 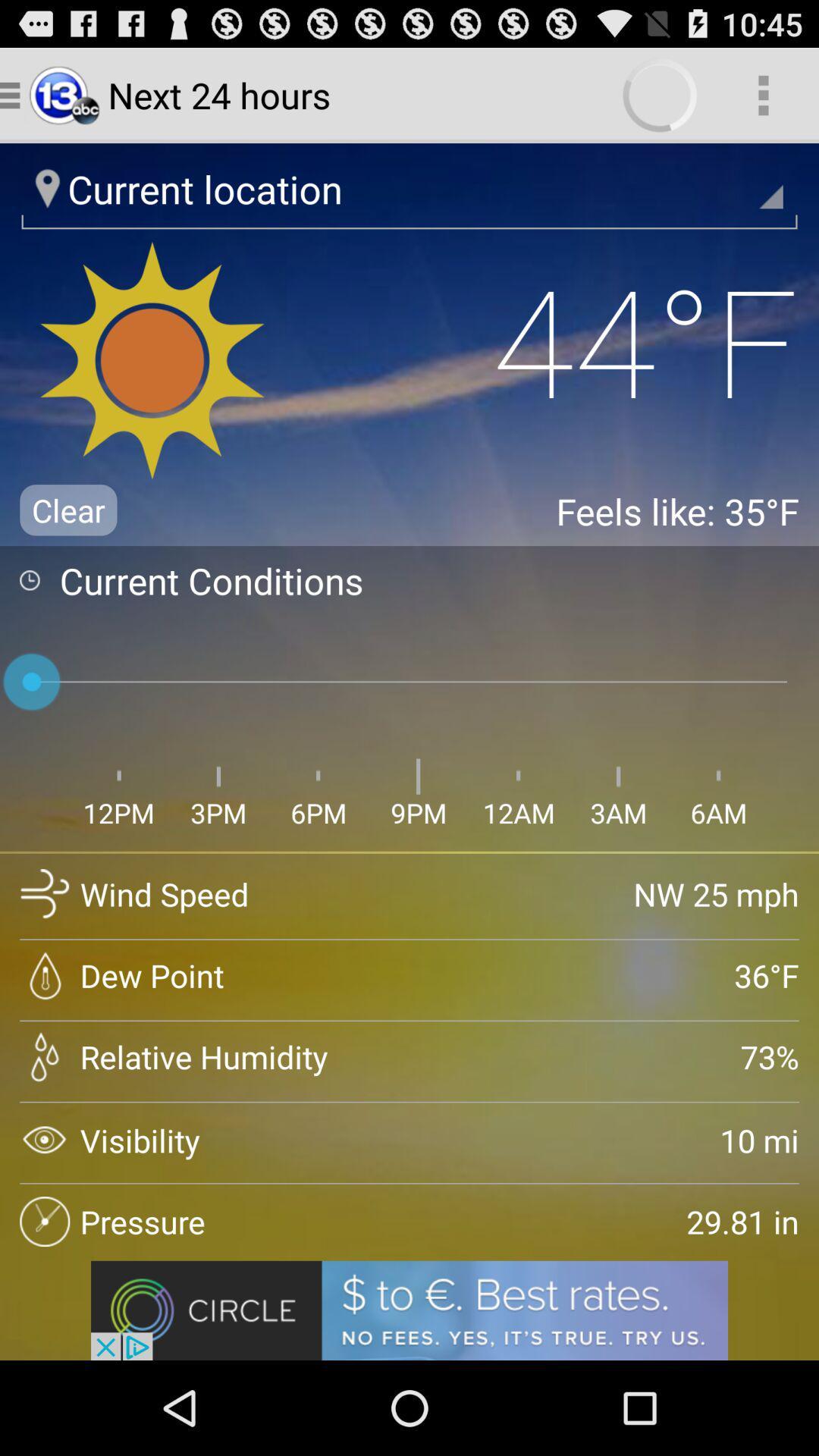 What do you see at coordinates (409, 1310) in the screenshot?
I see `links to an external advertisement` at bounding box center [409, 1310].